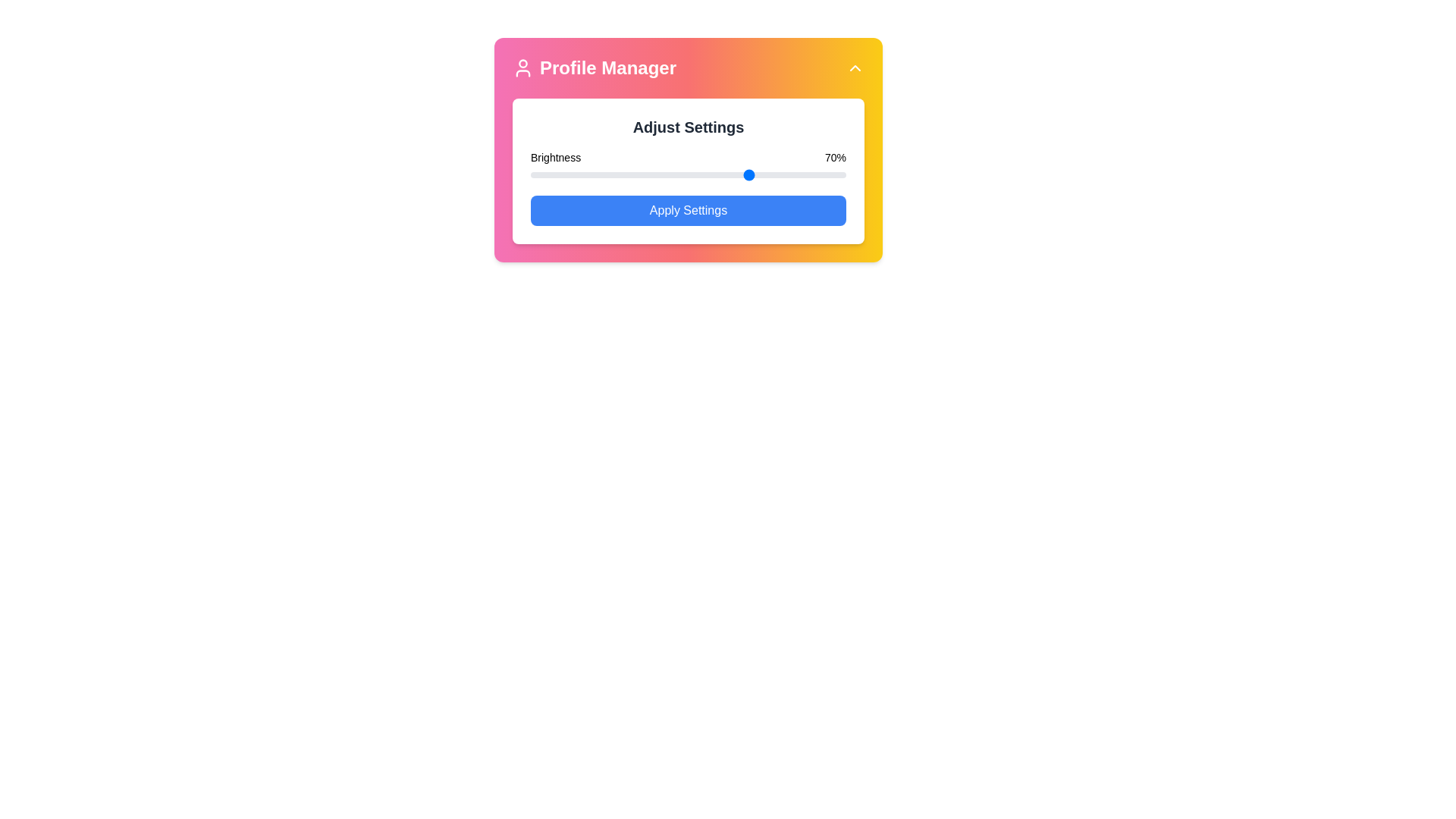 The width and height of the screenshot is (1456, 819). Describe the element at coordinates (586, 174) in the screenshot. I see `brightness` at that location.